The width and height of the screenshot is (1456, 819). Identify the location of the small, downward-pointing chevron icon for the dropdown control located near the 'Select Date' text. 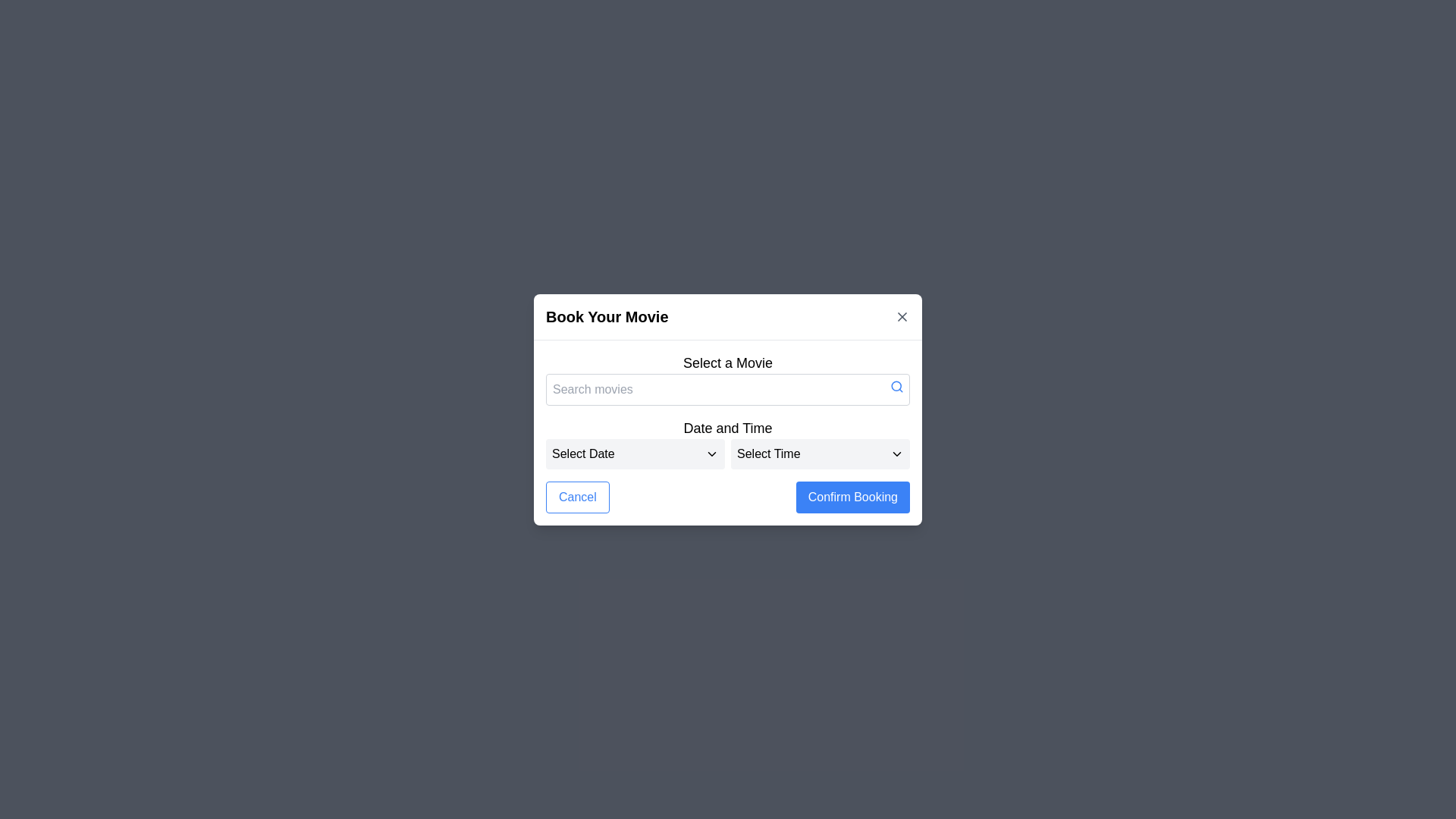
(711, 453).